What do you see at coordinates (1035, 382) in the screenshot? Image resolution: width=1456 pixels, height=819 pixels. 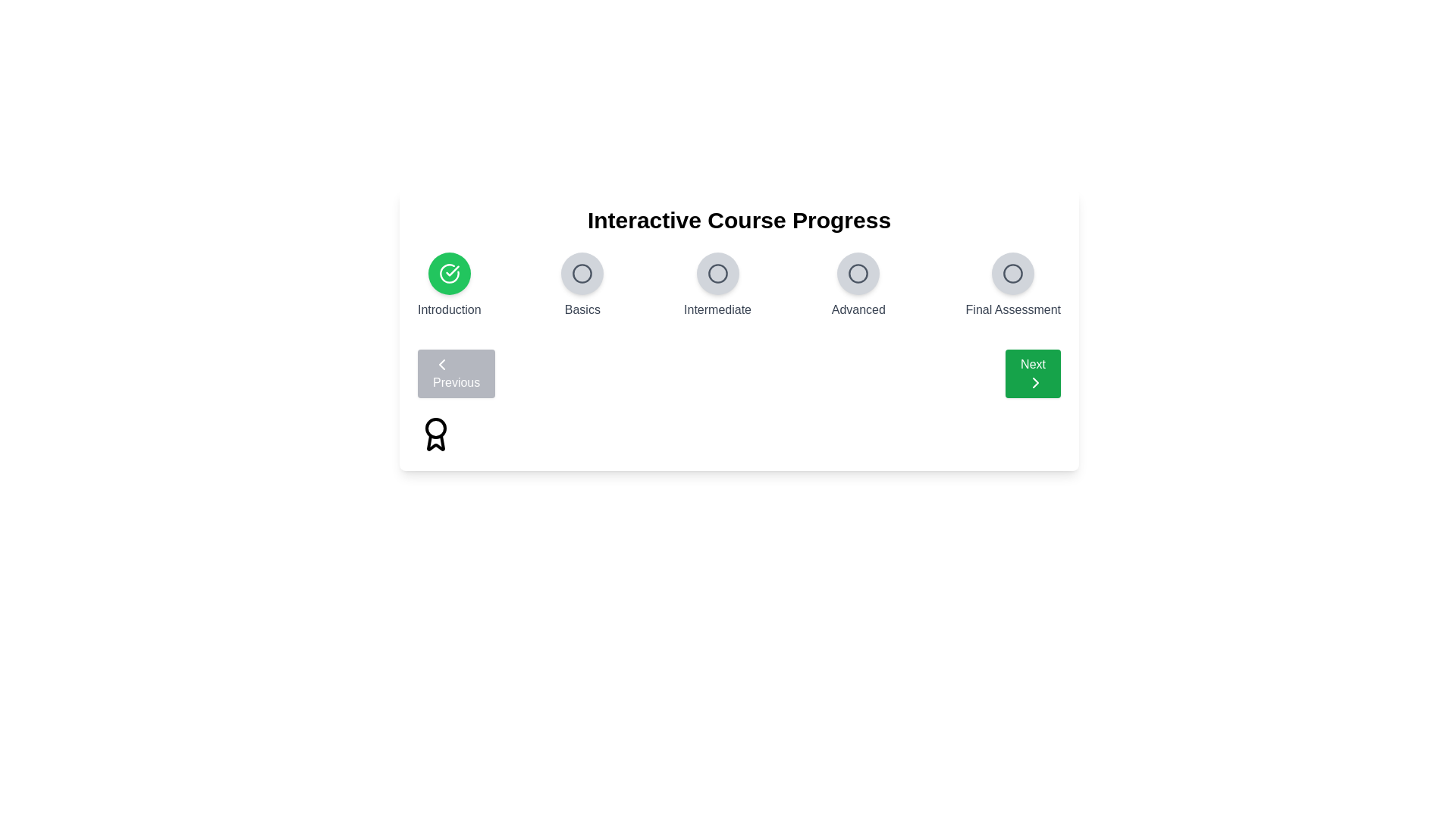 I see `the rightward-chevron icon located within the green 'Next' button in the lower right area of the interface` at bounding box center [1035, 382].